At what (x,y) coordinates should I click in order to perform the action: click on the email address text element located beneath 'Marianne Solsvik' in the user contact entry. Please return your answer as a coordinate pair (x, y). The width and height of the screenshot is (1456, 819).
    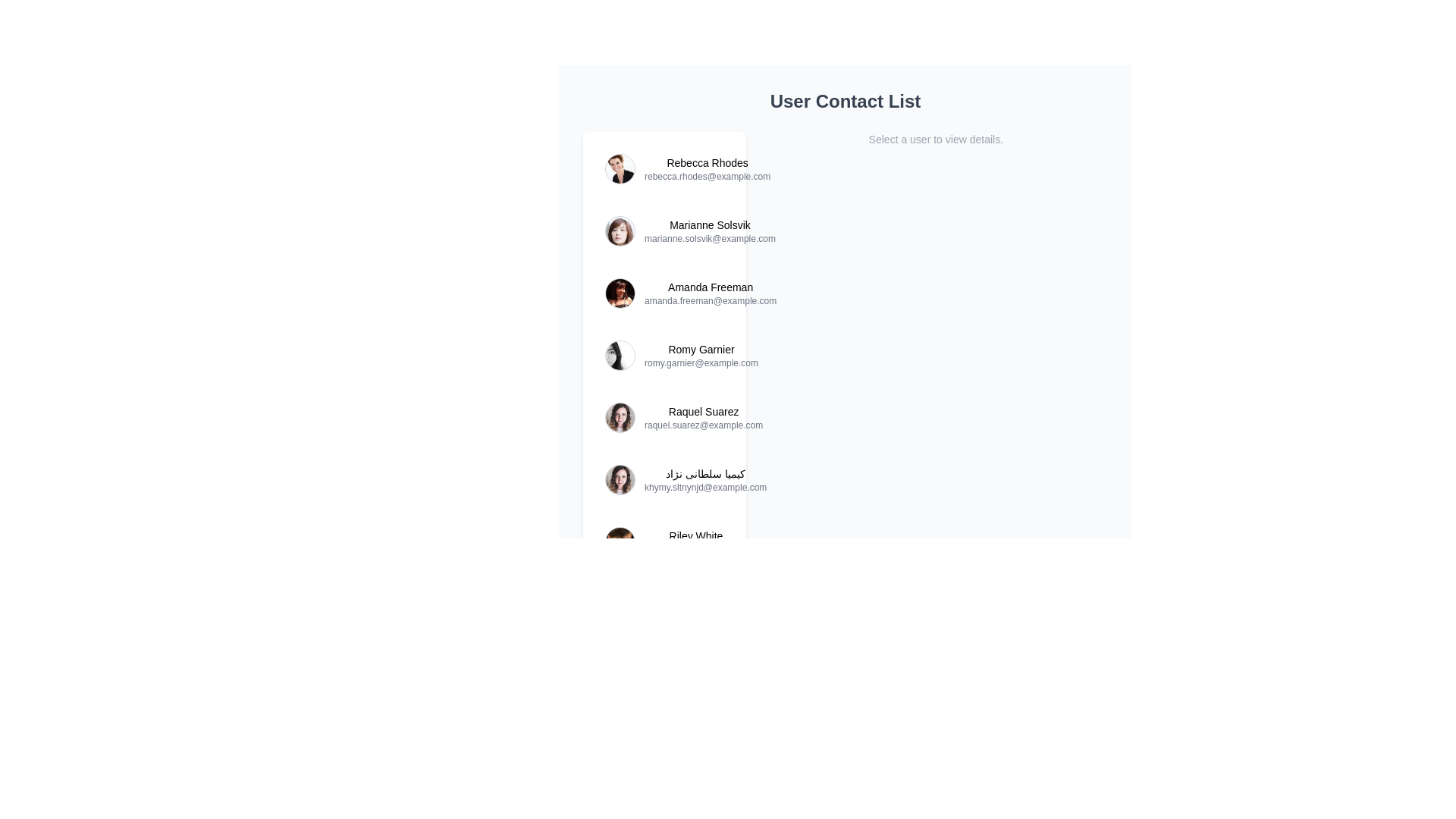
    Looking at the image, I should click on (709, 239).